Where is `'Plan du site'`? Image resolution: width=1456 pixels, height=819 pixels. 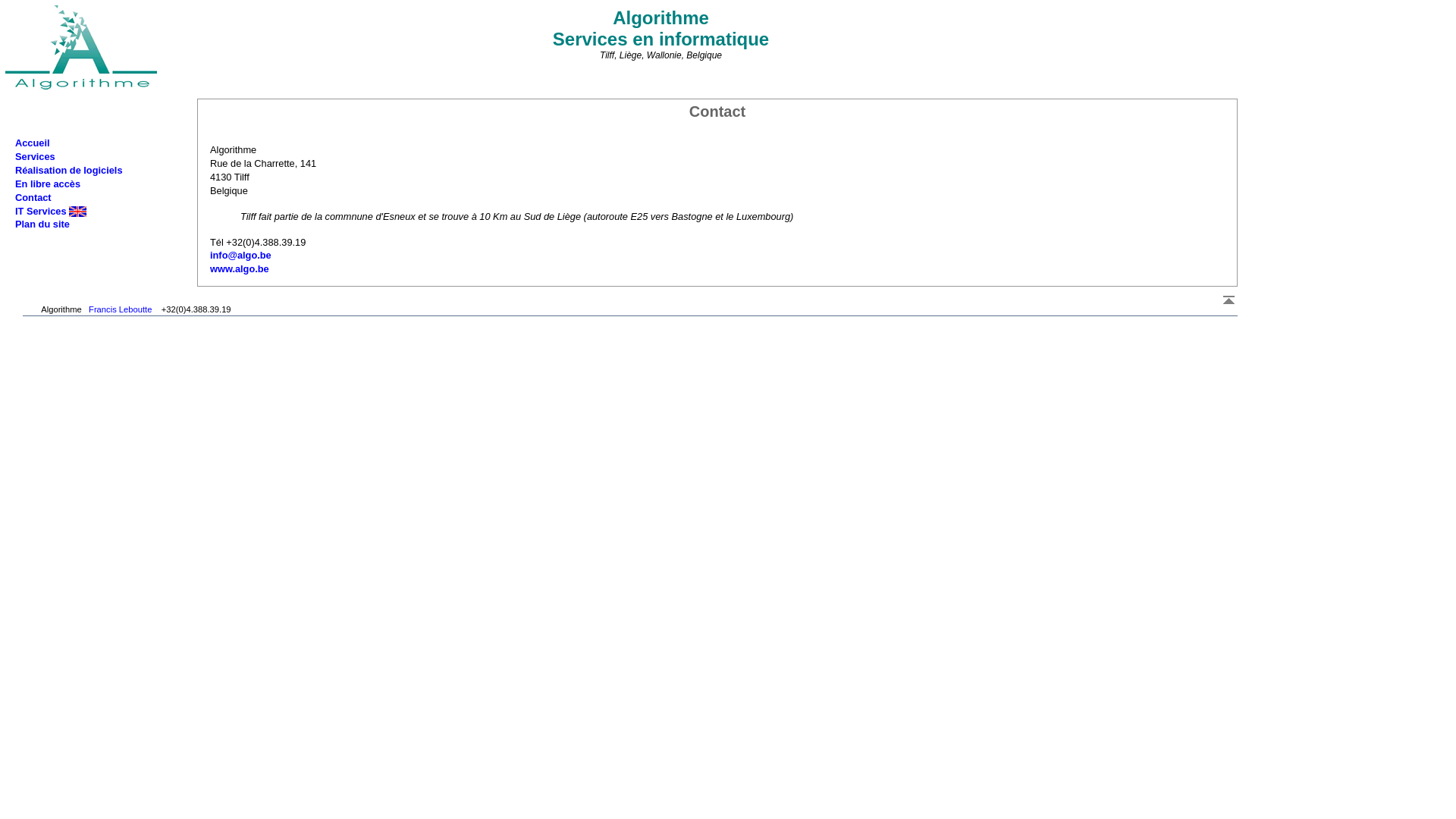 'Plan du site' is located at coordinates (14, 224).